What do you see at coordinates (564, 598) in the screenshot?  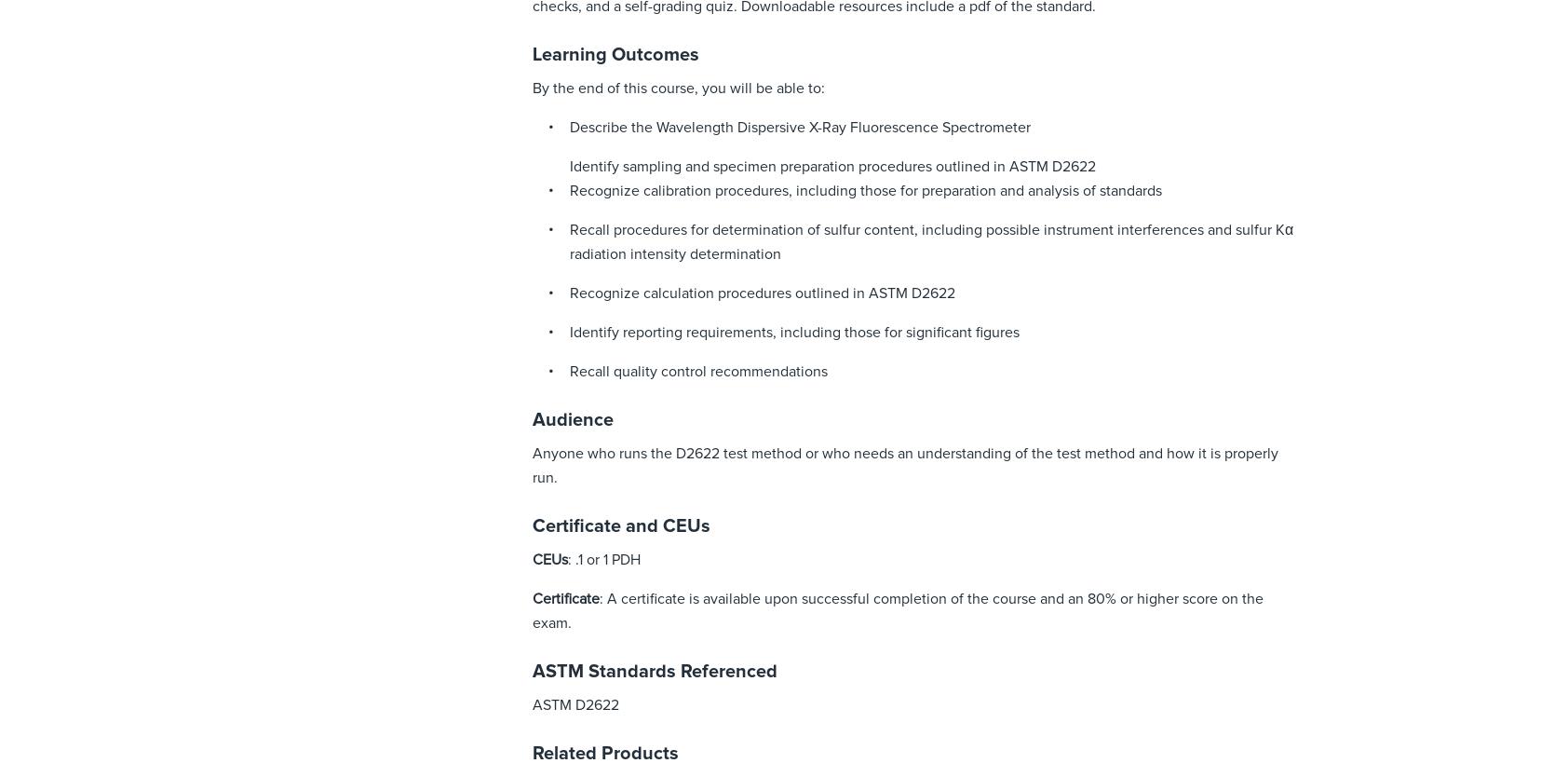 I see `'Certificate'` at bounding box center [564, 598].